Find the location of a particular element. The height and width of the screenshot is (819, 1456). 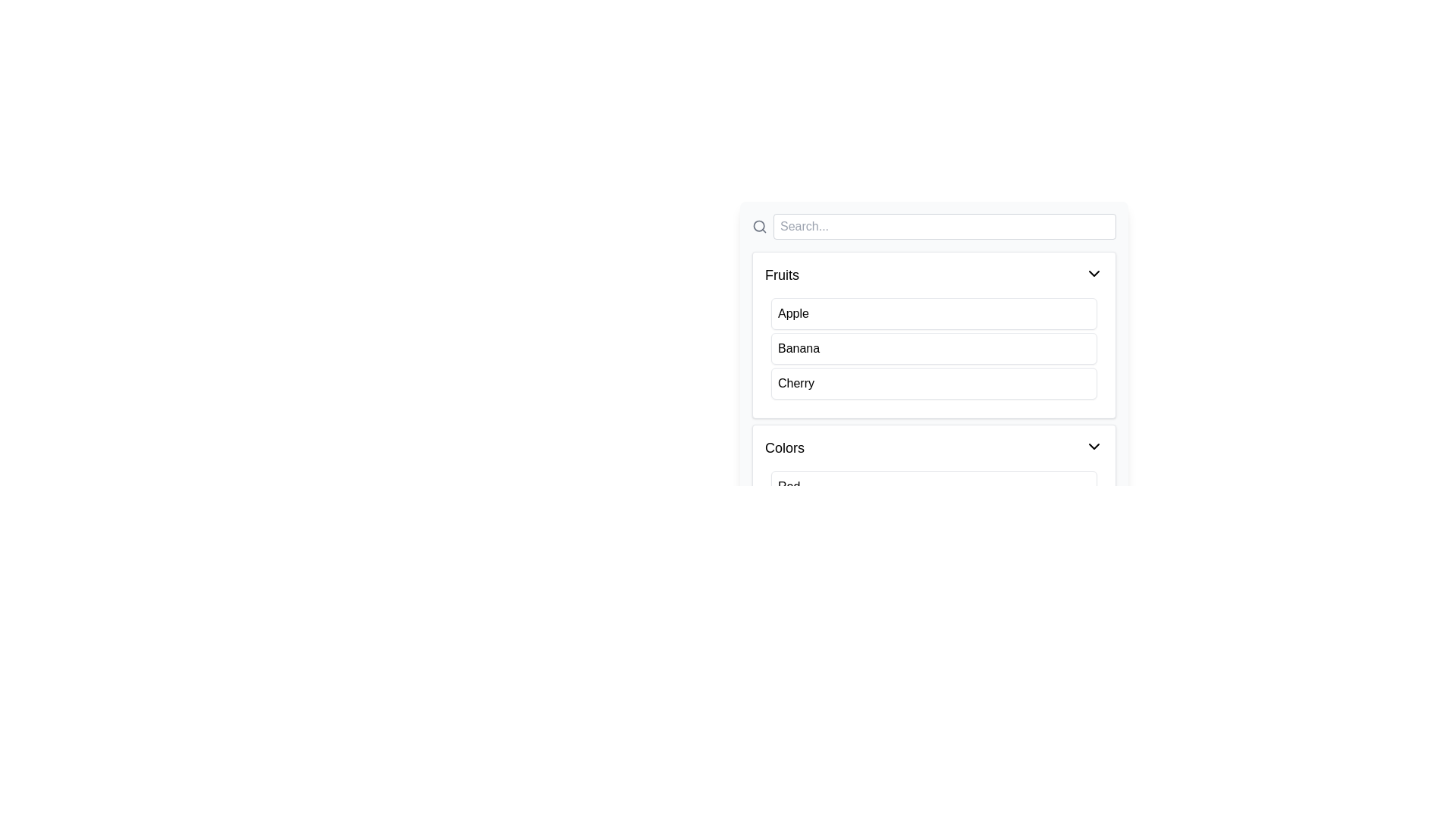

the 'Cherry' button, which is the third item in the 'Fruits' category list is located at coordinates (934, 382).